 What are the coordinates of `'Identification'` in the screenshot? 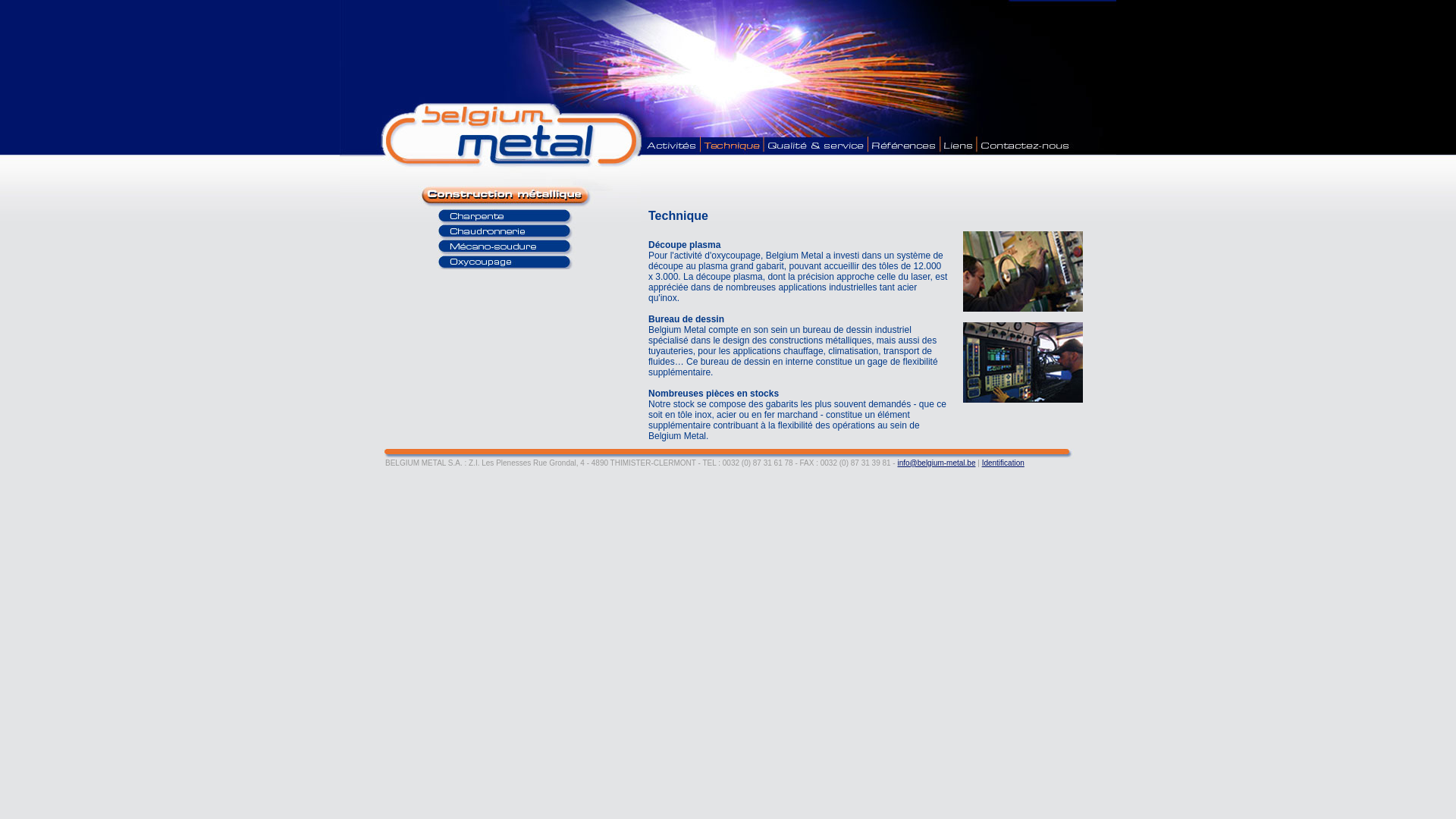 It's located at (982, 462).